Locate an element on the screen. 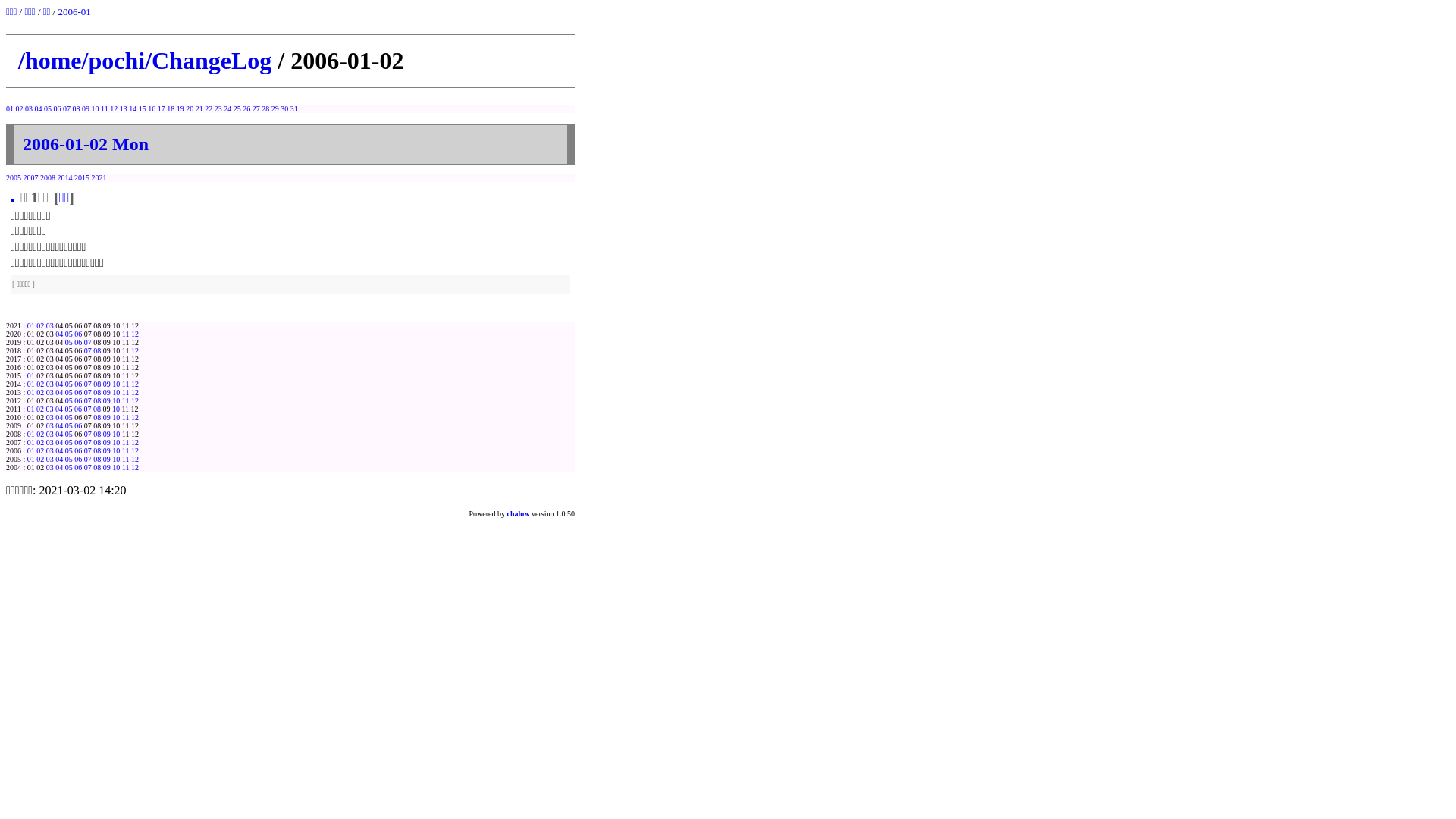 This screenshot has height=819, width=1456. '07' is located at coordinates (86, 350).